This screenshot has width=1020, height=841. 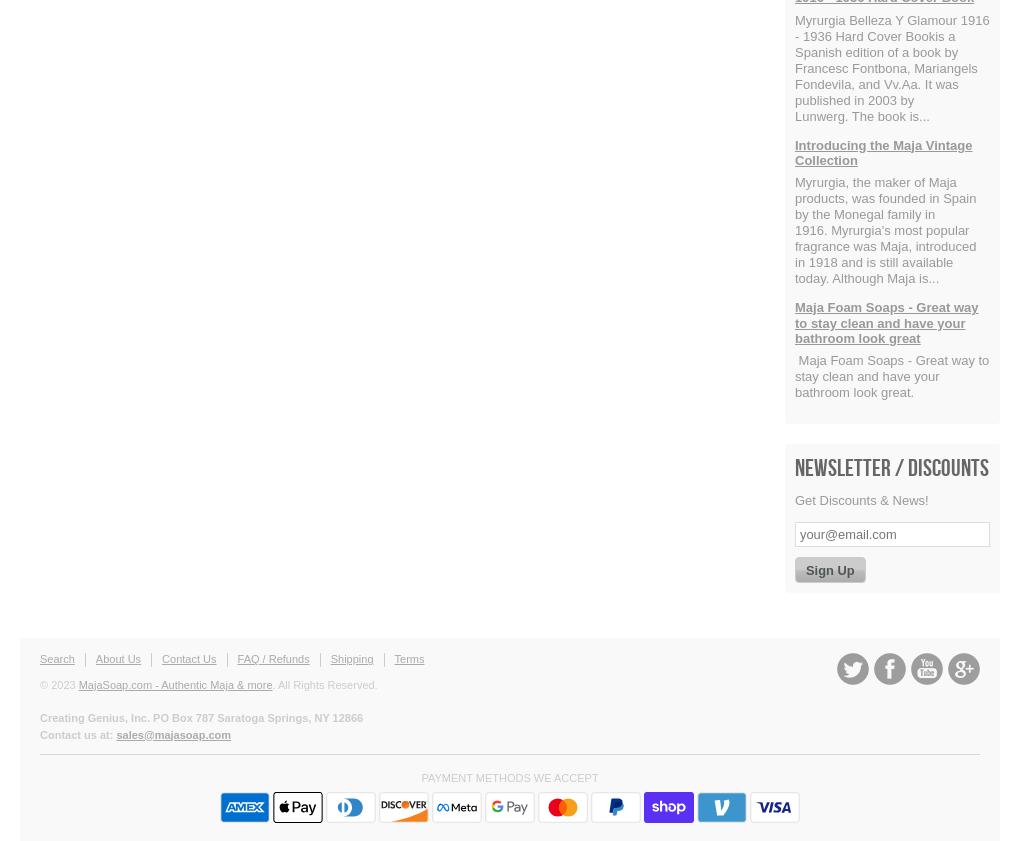 I want to click on 'Myrurgia, the maker of Maja products, was founded in Spain by the Monegal family in 1916. Myrurgia's most popular fragrance was Maja, introduced in 1918 and is still available today. Although Maja is...', so click(x=884, y=229).